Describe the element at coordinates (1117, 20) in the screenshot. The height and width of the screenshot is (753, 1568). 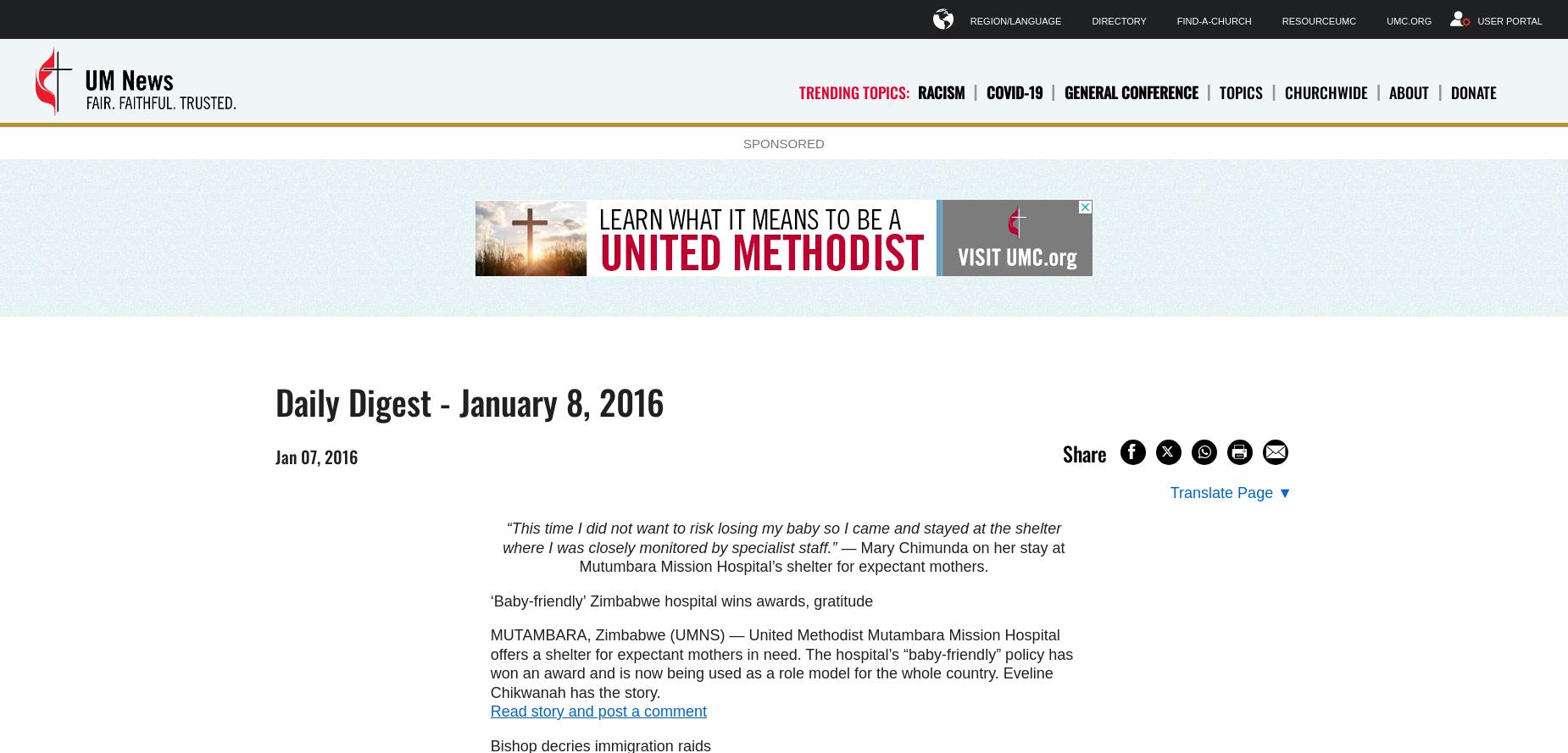
I see `'Directory'` at that location.